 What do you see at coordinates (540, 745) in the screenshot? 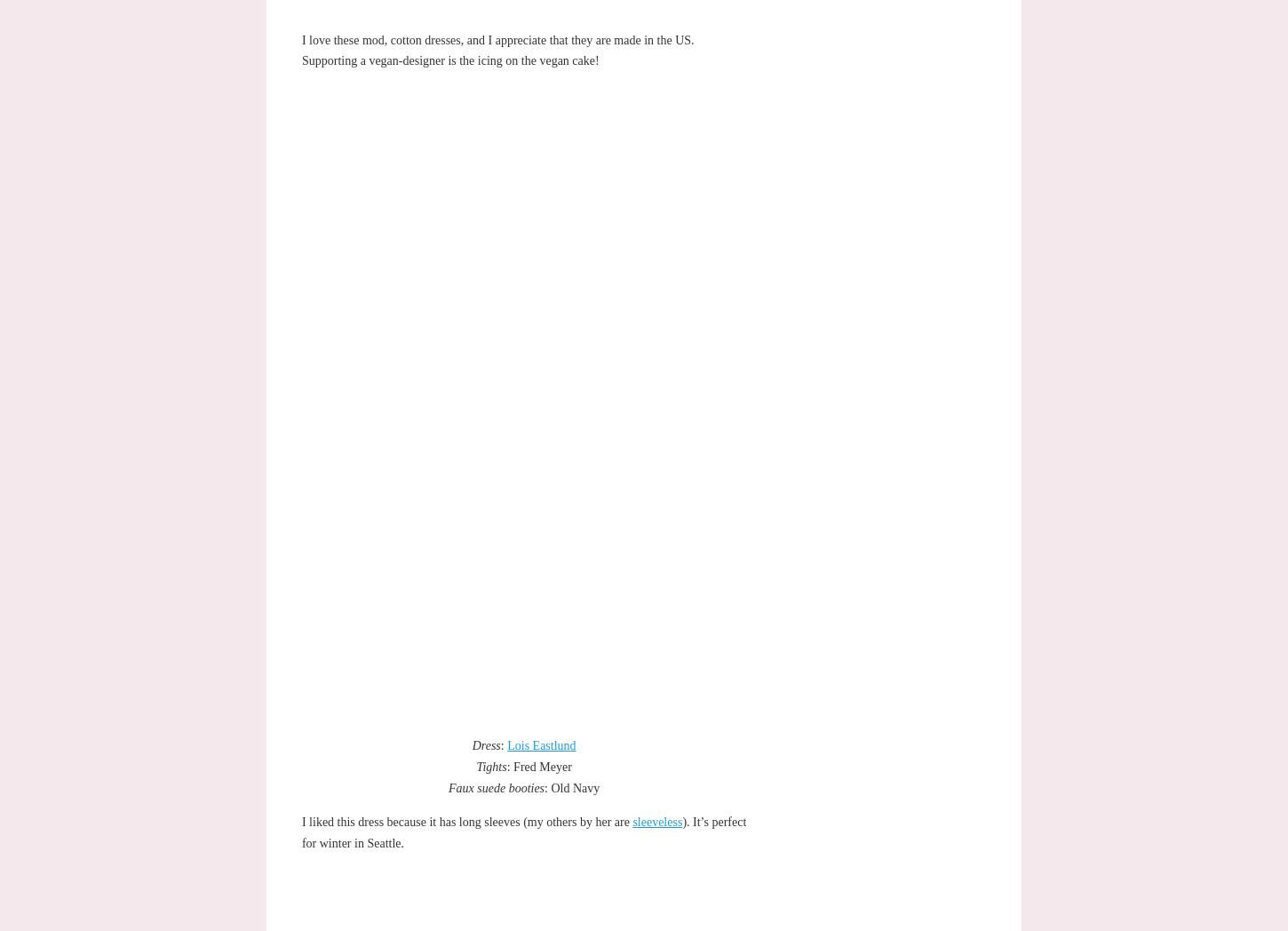
I see `'Lois Eastlund'` at bounding box center [540, 745].